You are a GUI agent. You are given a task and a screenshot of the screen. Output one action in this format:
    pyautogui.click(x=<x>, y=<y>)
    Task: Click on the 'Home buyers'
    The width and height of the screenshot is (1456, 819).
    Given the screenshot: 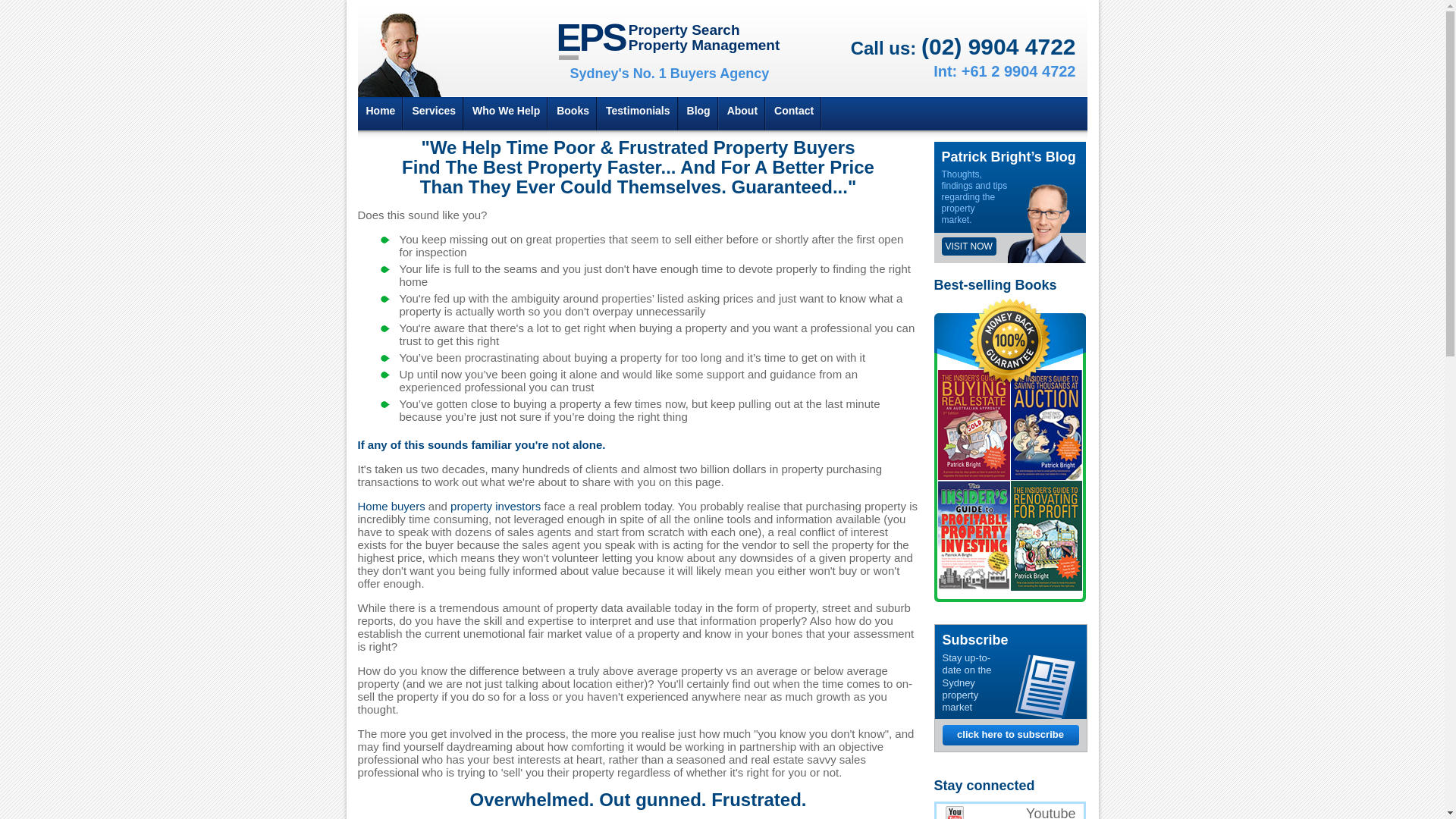 What is the action you would take?
    pyautogui.click(x=391, y=506)
    